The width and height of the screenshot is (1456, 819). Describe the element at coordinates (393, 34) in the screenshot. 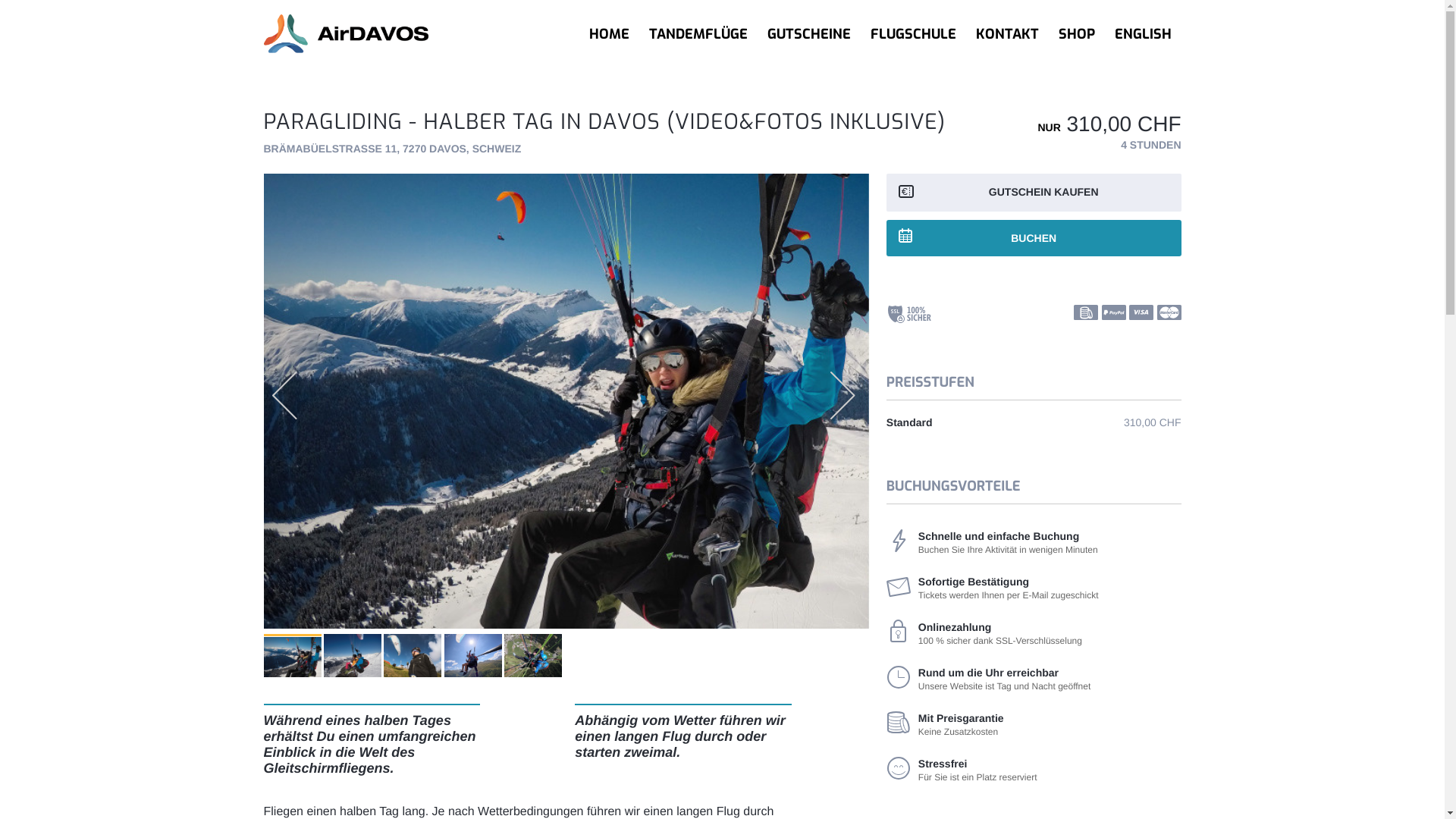

I see `'AirDavosParagliding-Logo'` at that location.